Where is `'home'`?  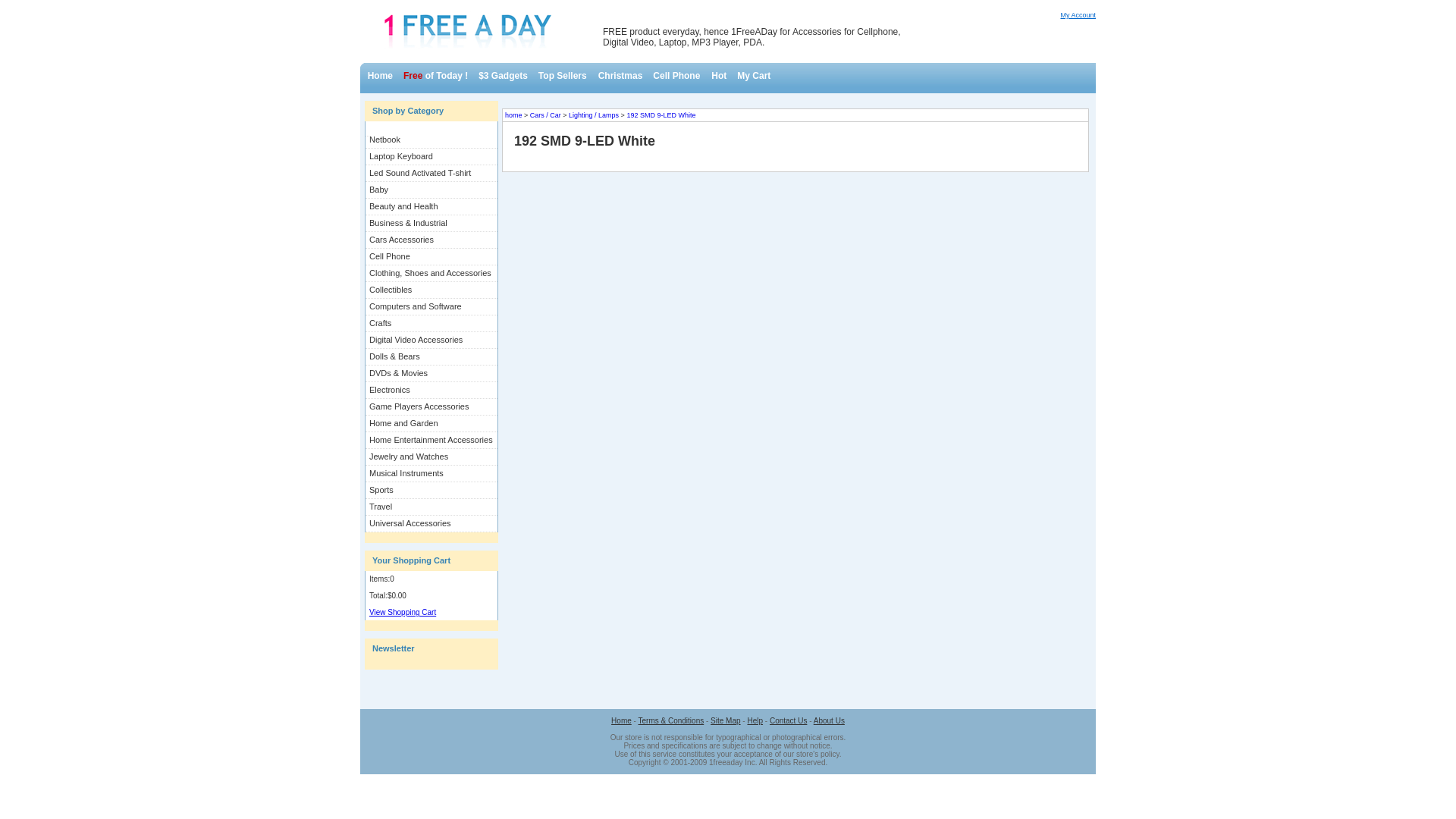 'home' is located at coordinates (513, 114).